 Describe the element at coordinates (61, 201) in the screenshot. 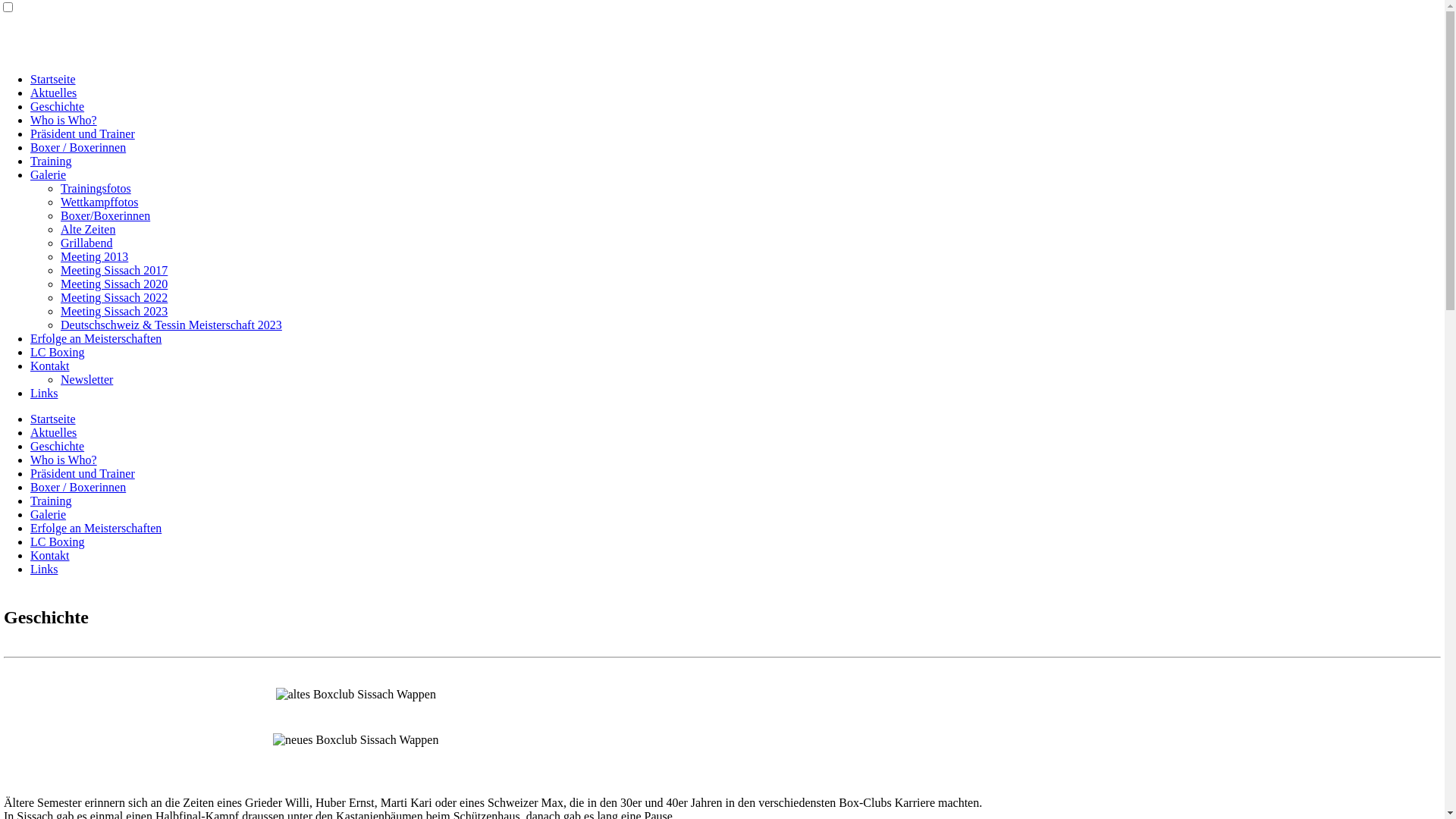

I see `'Wettkampffotos'` at that location.